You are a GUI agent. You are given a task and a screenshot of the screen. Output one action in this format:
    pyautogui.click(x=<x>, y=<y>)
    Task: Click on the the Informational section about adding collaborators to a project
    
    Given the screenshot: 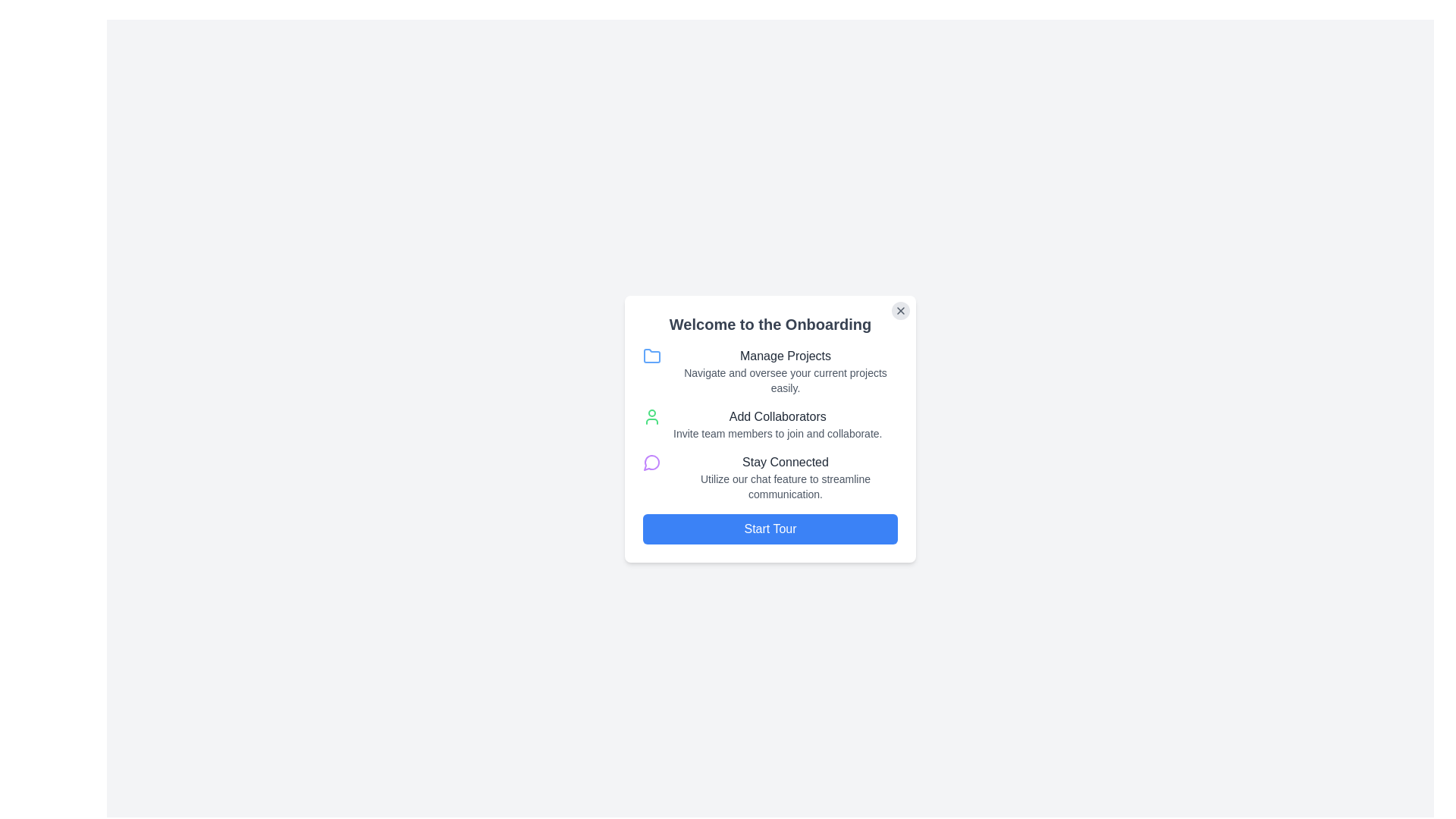 What is the action you would take?
    pyautogui.click(x=770, y=424)
    